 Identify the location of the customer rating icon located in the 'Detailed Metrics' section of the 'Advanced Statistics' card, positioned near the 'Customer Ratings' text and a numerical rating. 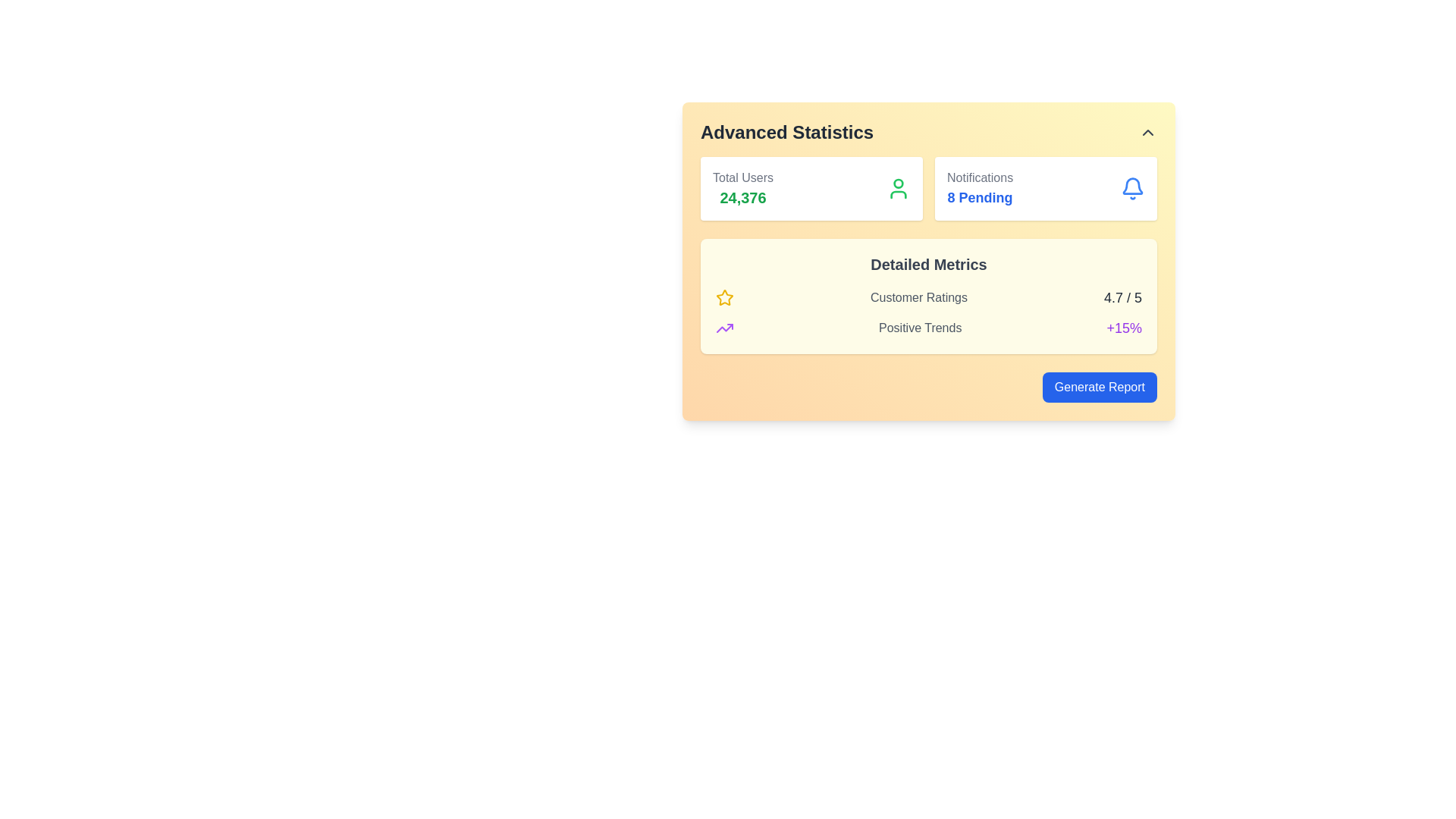
(723, 297).